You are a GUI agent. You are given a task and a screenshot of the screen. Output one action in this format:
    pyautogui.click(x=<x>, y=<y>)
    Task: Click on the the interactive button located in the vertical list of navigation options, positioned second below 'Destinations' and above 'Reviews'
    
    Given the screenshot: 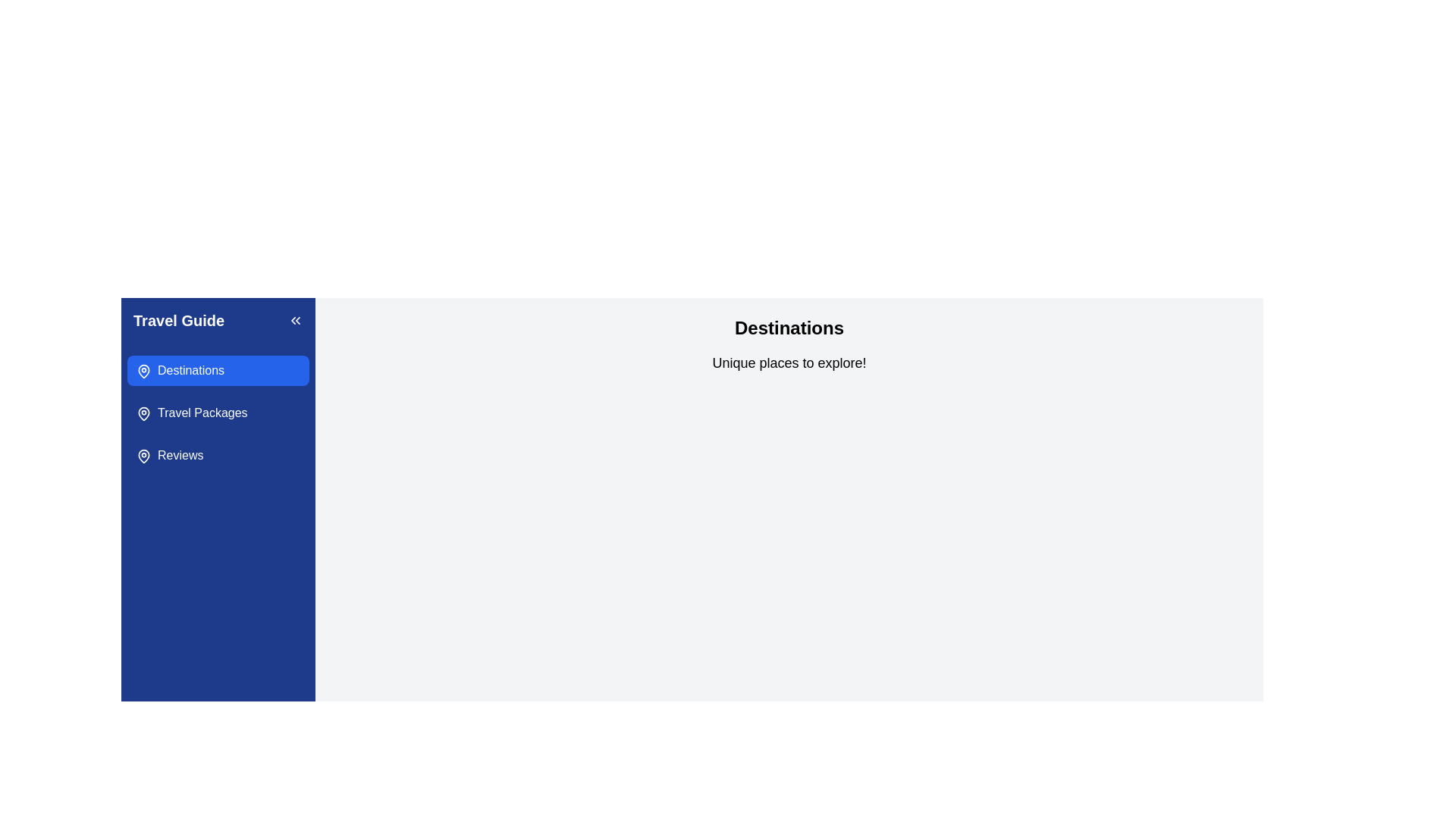 What is the action you would take?
    pyautogui.click(x=218, y=413)
    